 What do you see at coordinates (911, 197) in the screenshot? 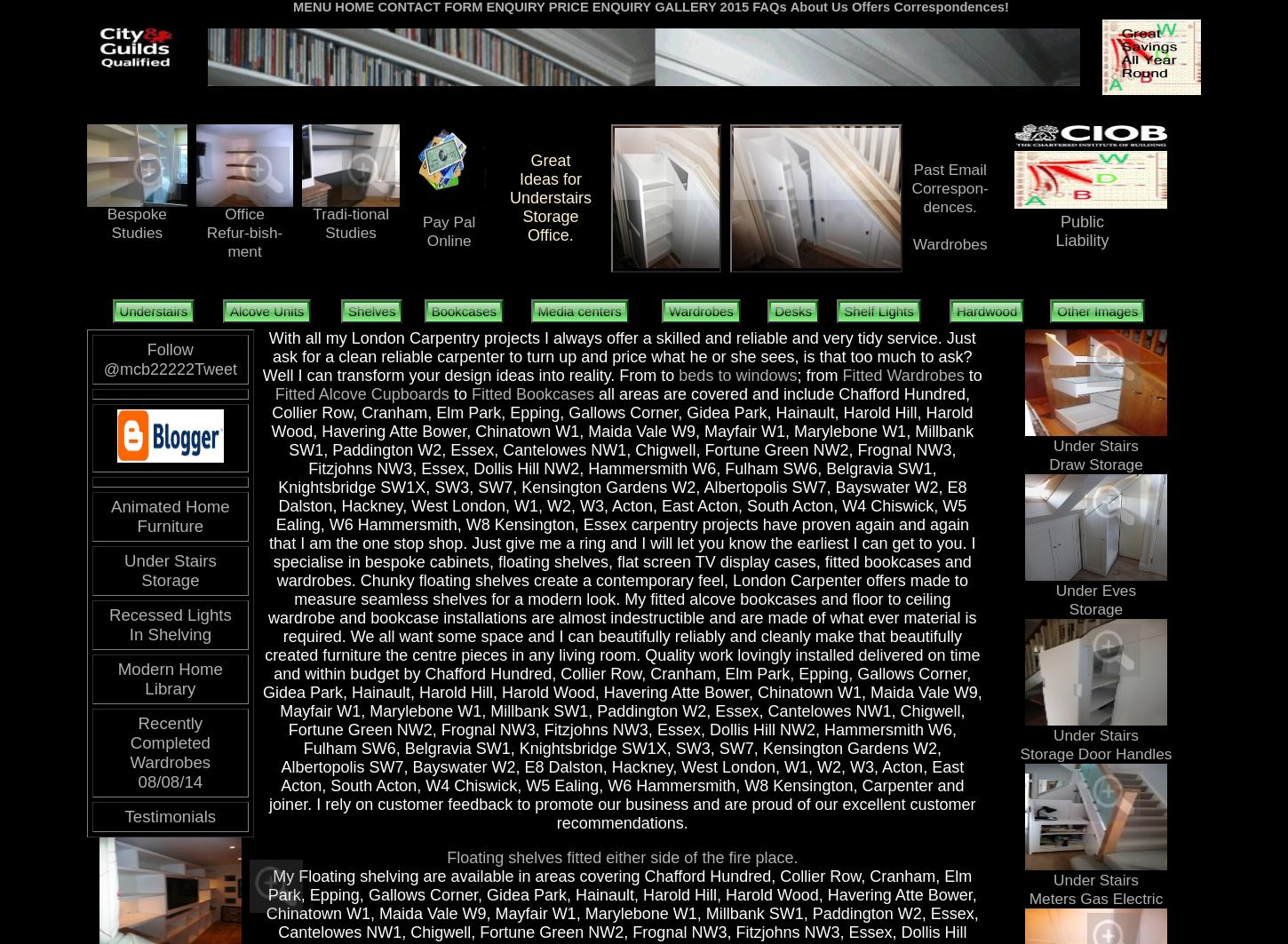
I see `'Correspon-dences.'` at bounding box center [911, 197].